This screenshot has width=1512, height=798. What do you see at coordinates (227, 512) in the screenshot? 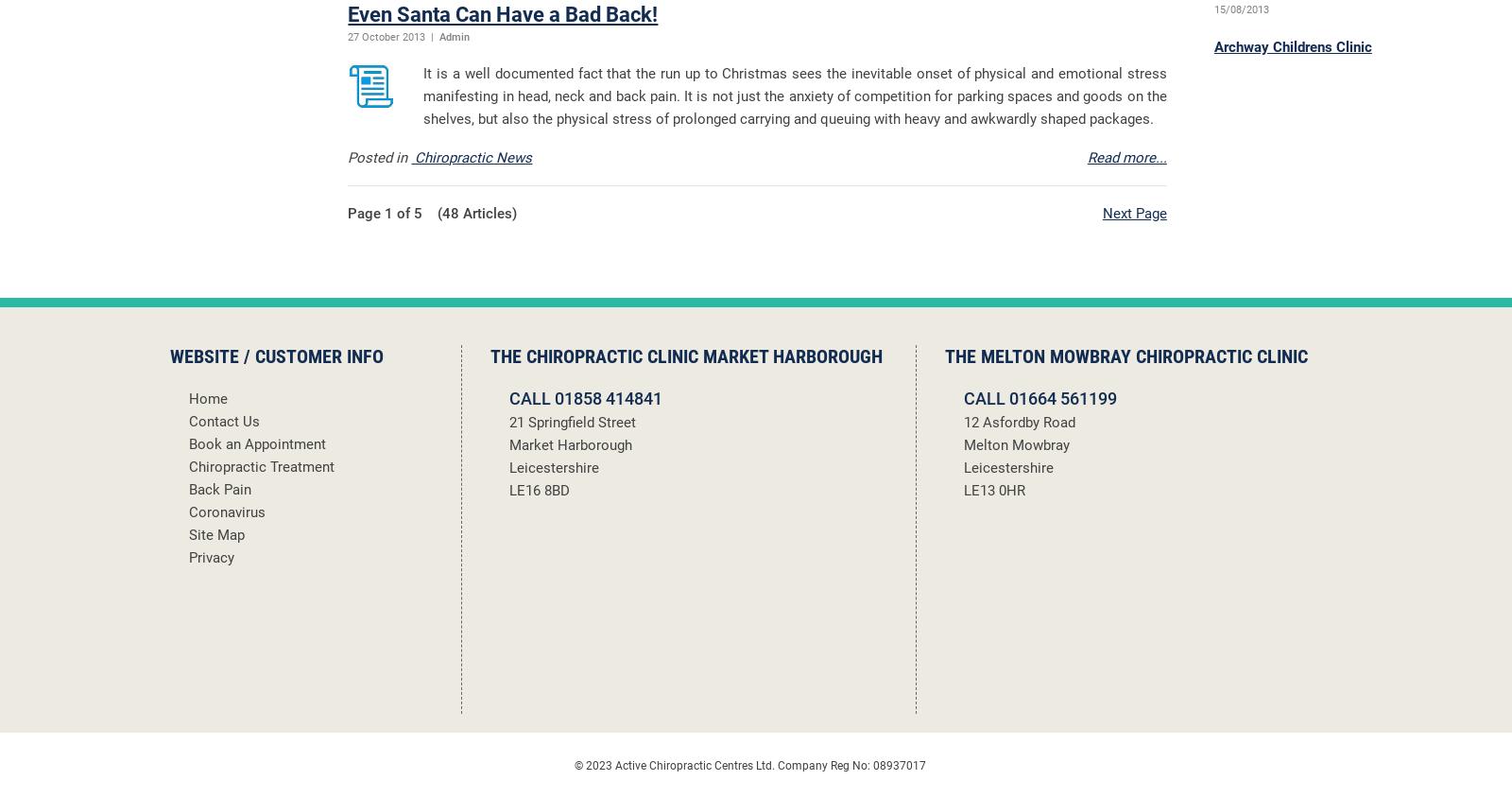
I see `'Coronavirus'` at bounding box center [227, 512].